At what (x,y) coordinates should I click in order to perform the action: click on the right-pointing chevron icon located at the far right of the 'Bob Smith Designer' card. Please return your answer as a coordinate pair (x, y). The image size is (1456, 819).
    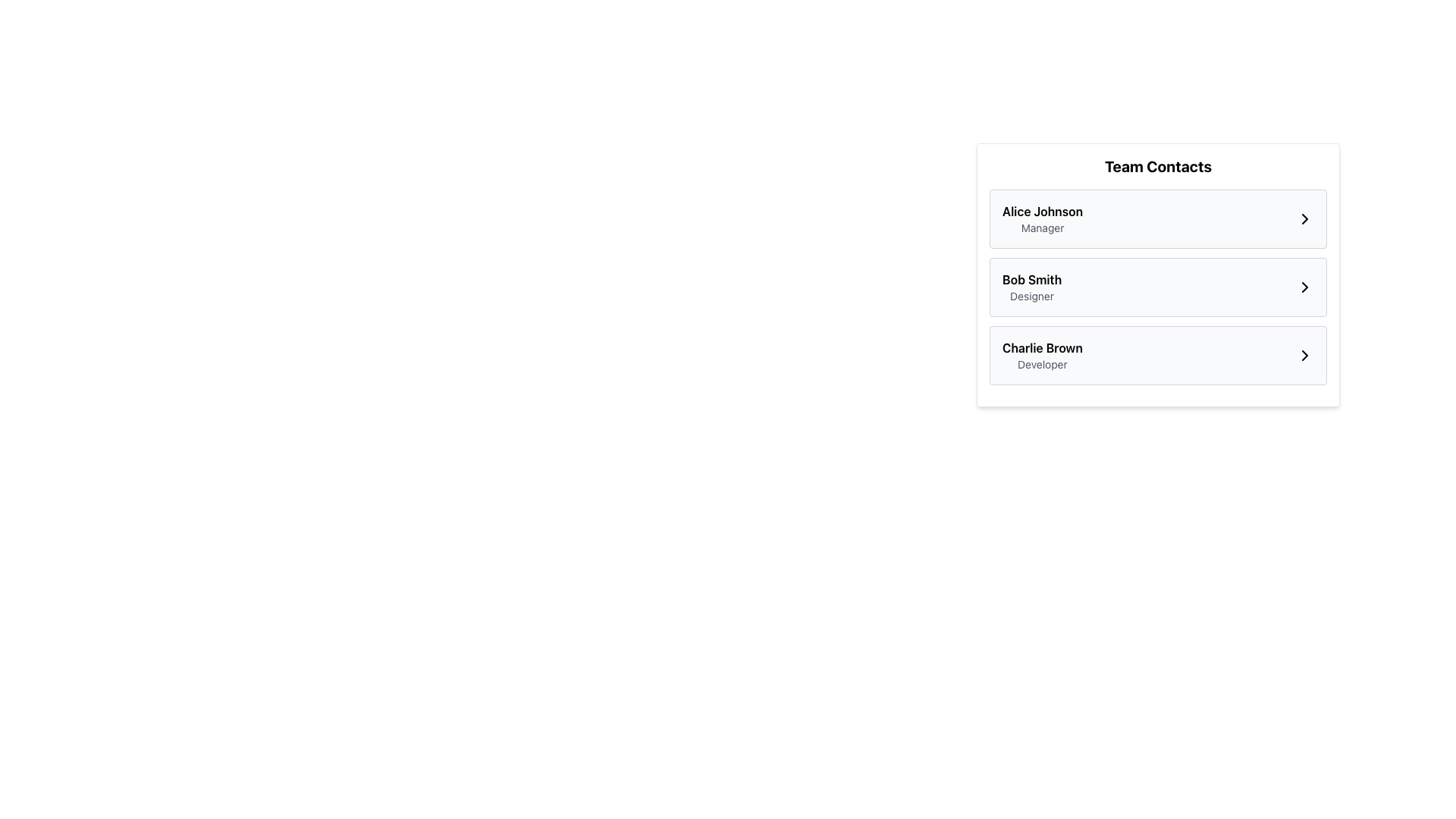
    Looking at the image, I should click on (1304, 287).